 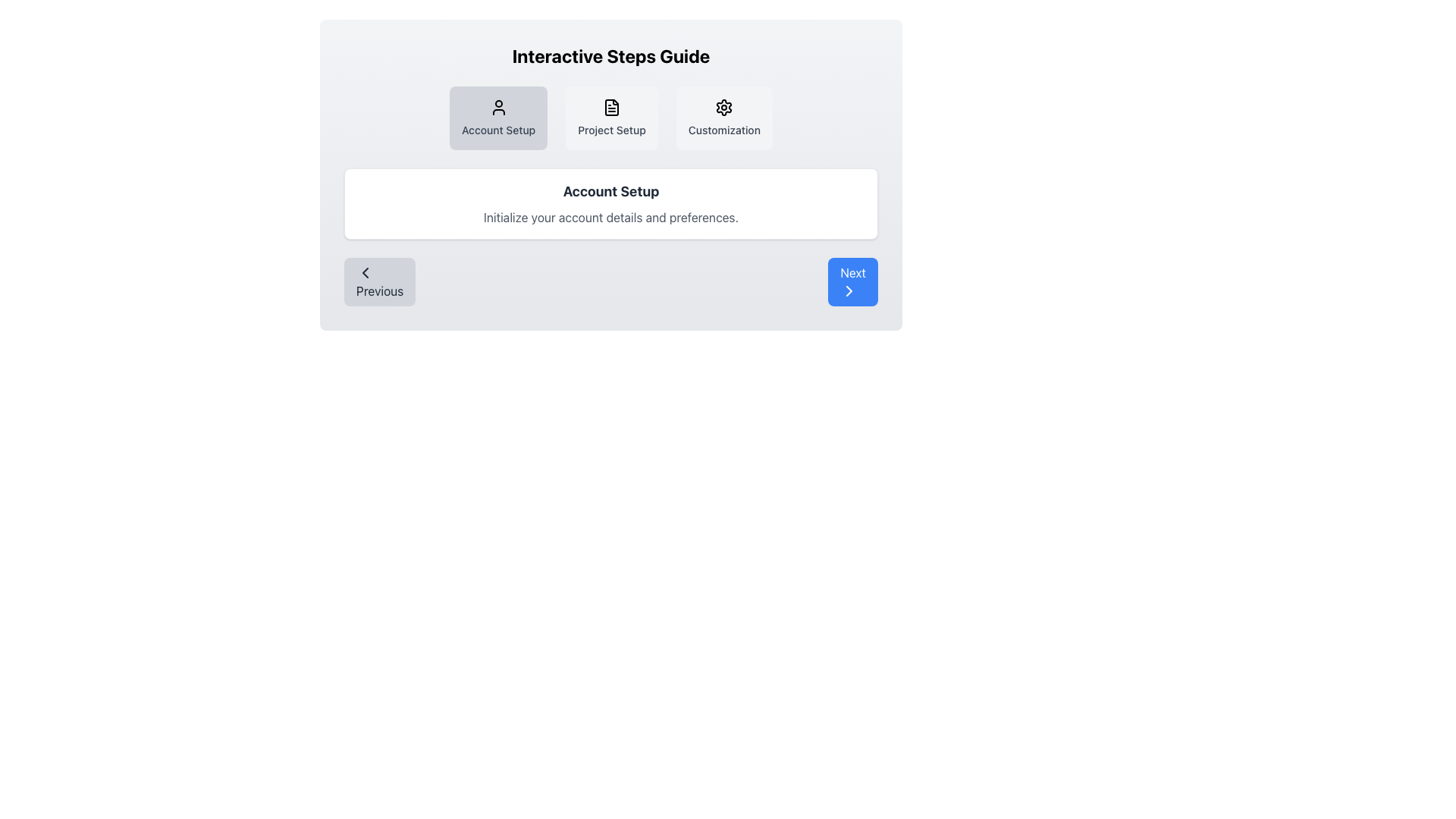 I want to click on the customization settings button located to the right of the 'Project Setup' button in the central area of the interface under the 'Interactive Steps Guide' heading, so click(x=723, y=117).